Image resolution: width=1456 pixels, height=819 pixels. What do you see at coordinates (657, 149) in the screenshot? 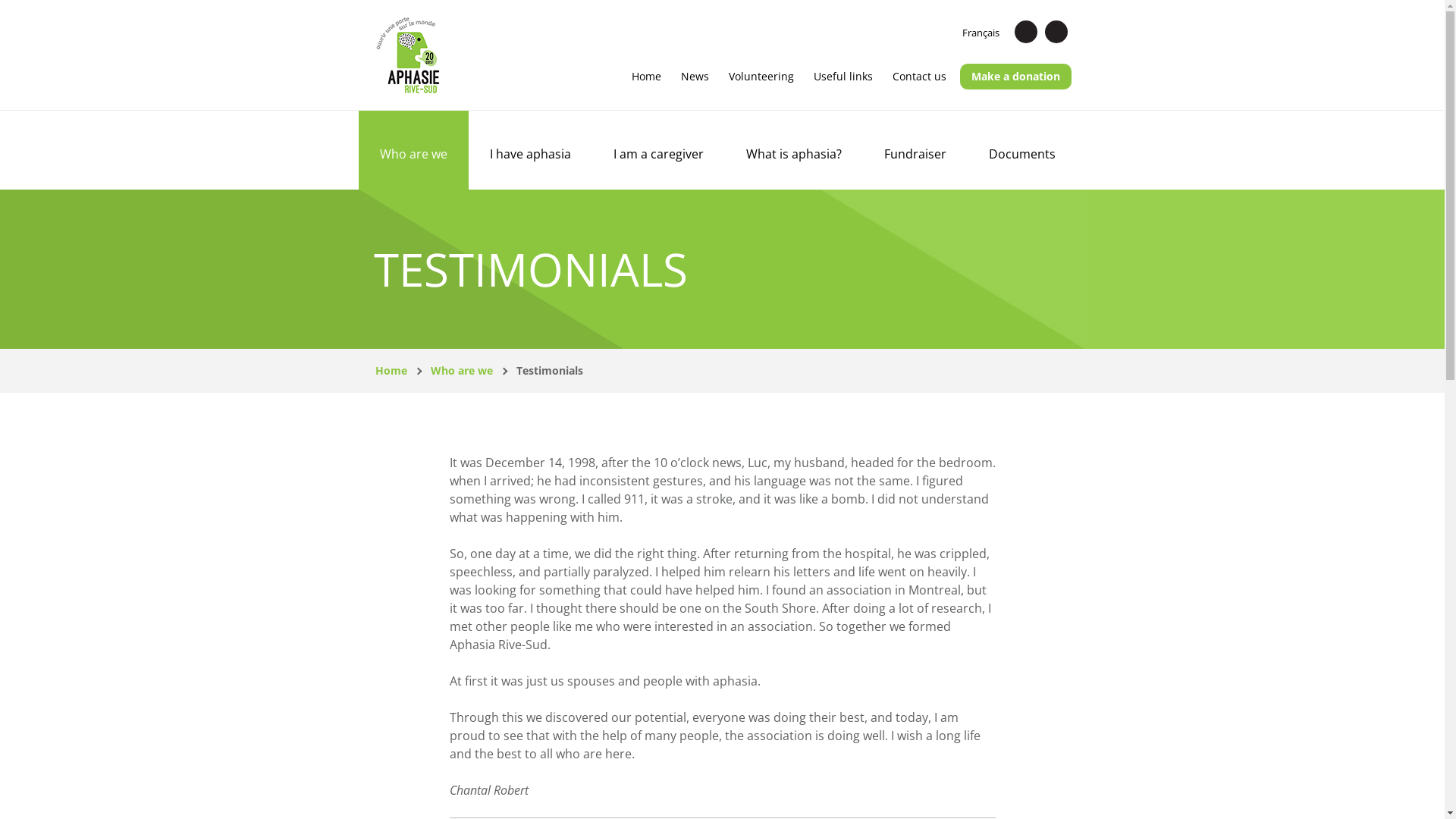
I see `'I am a caregiver'` at bounding box center [657, 149].